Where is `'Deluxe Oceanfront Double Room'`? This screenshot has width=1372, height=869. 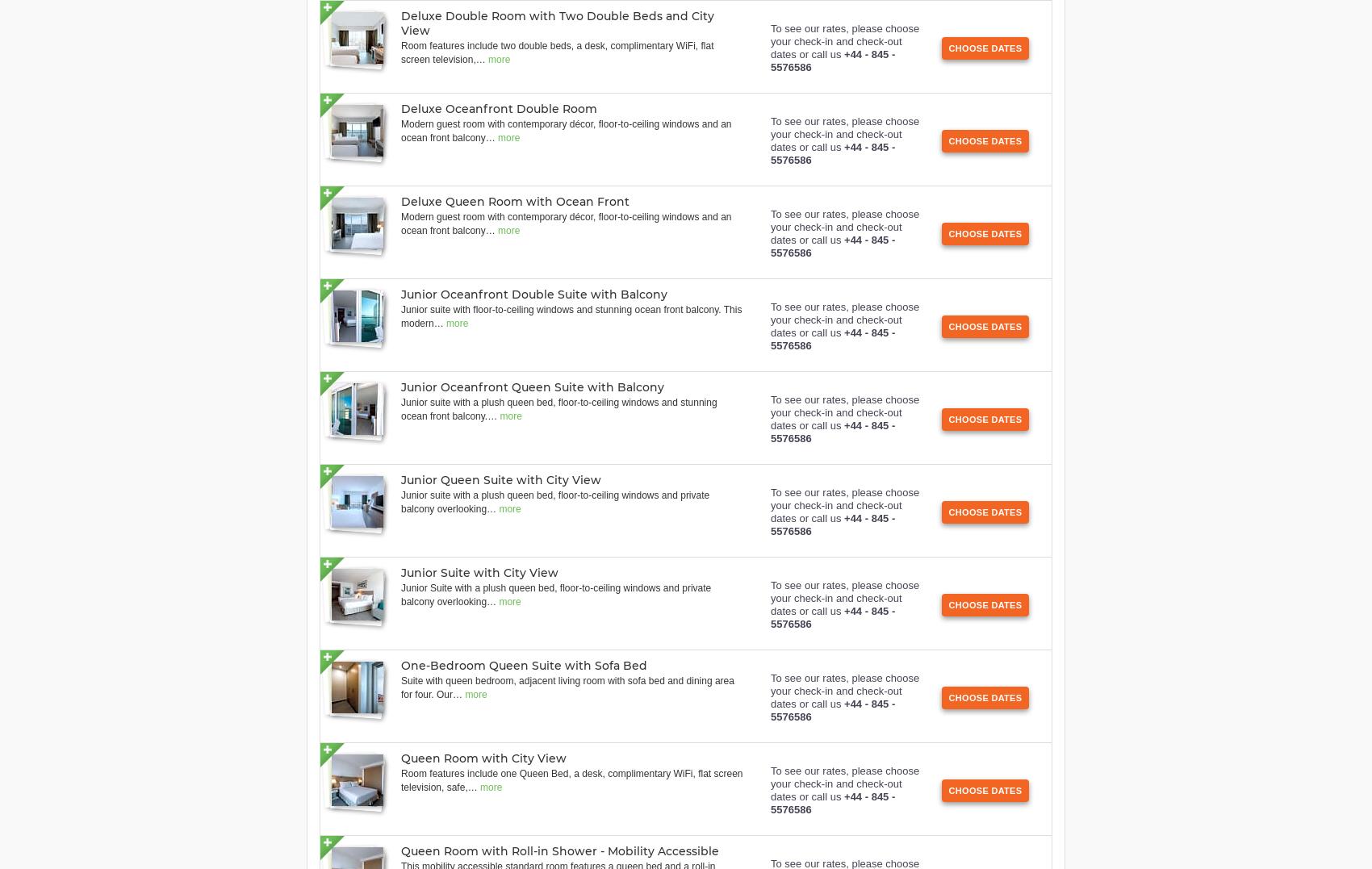 'Deluxe Oceanfront Double Room' is located at coordinates (498, 108).